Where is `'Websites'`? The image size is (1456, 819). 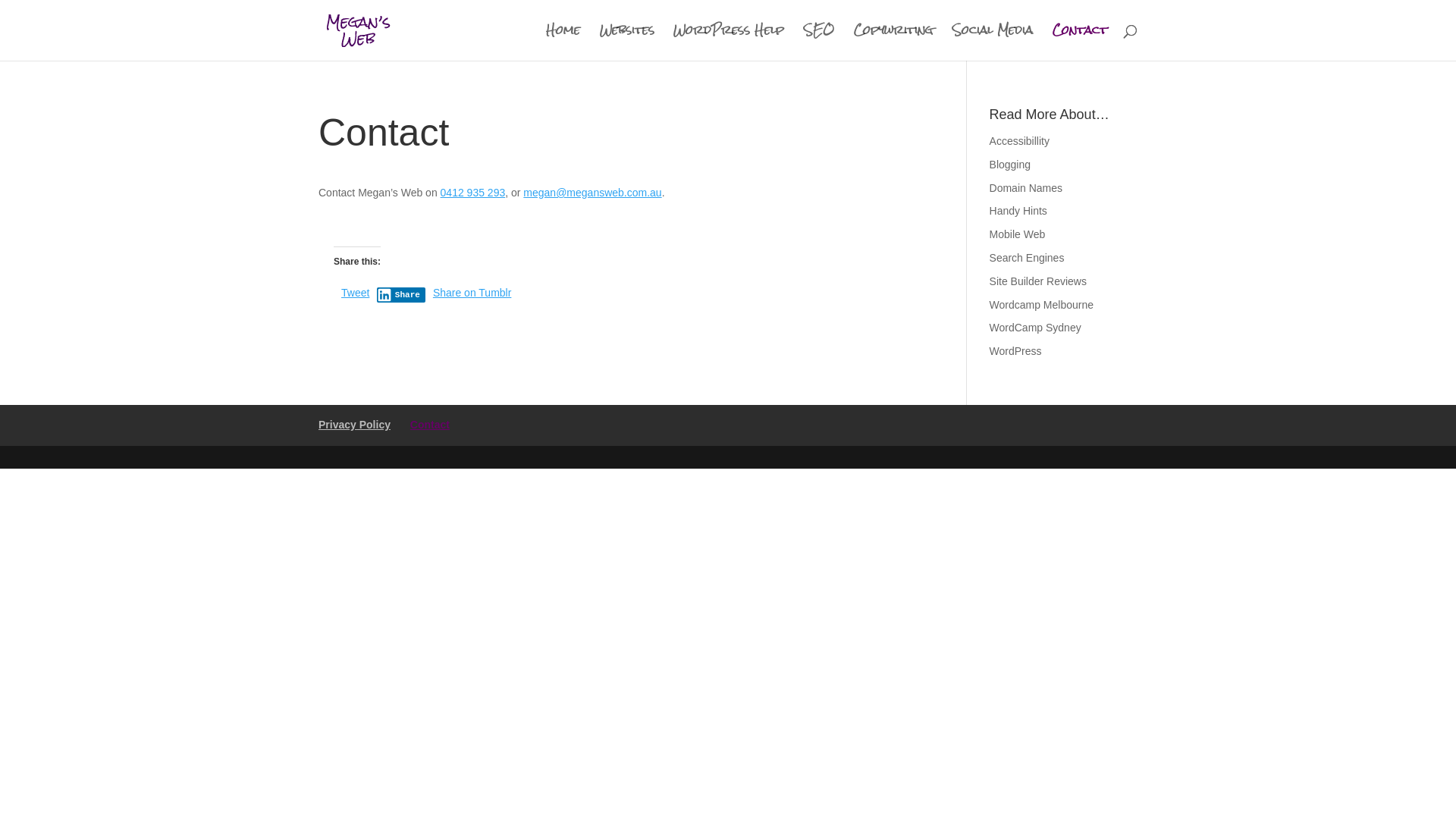
'Websites' is located at coordinates (626, 42).